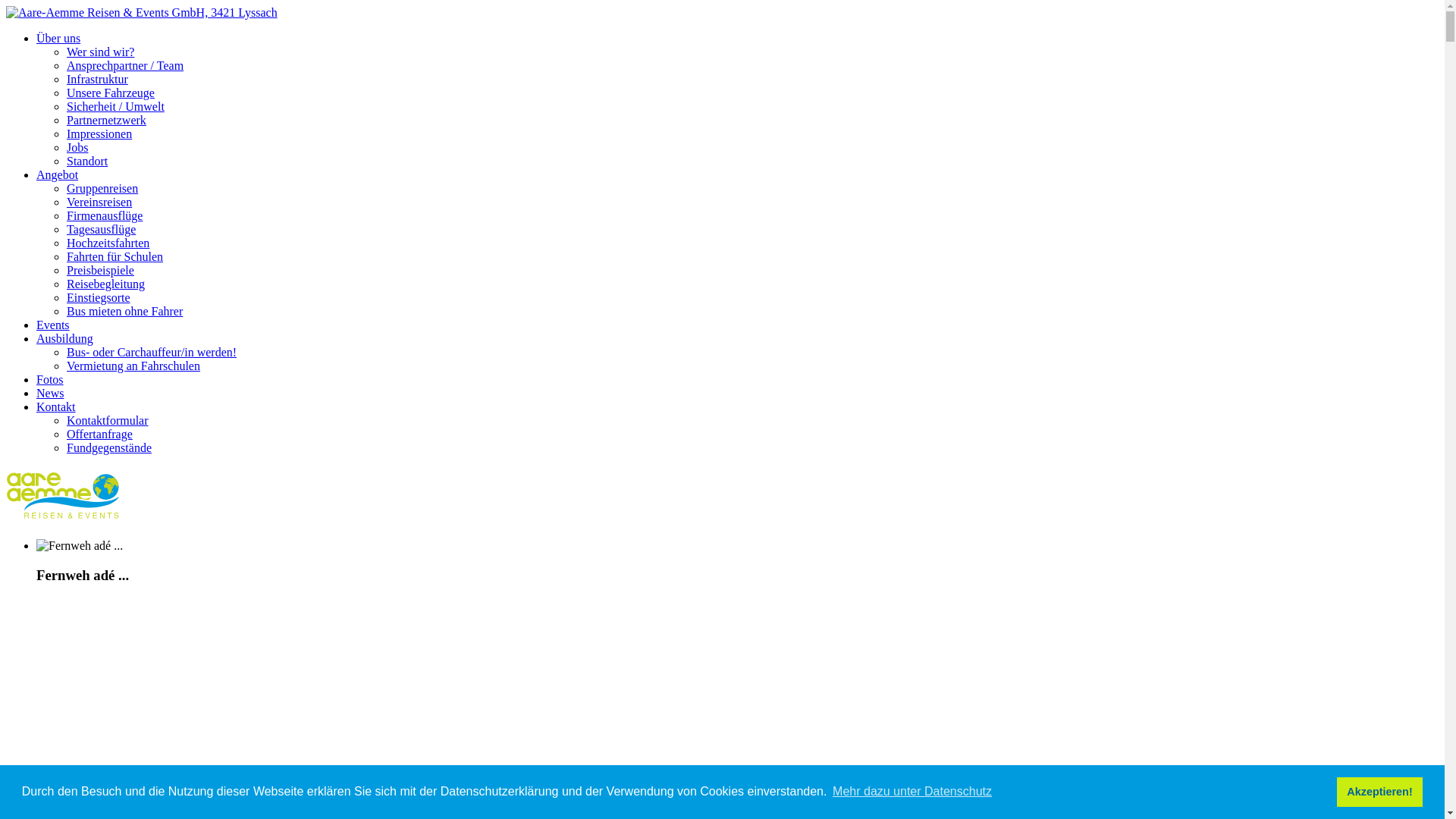  What do you see at coordinates (65, 133) in the screenshot?
I see `'Impressionen'` at bounding box center [65, 133].